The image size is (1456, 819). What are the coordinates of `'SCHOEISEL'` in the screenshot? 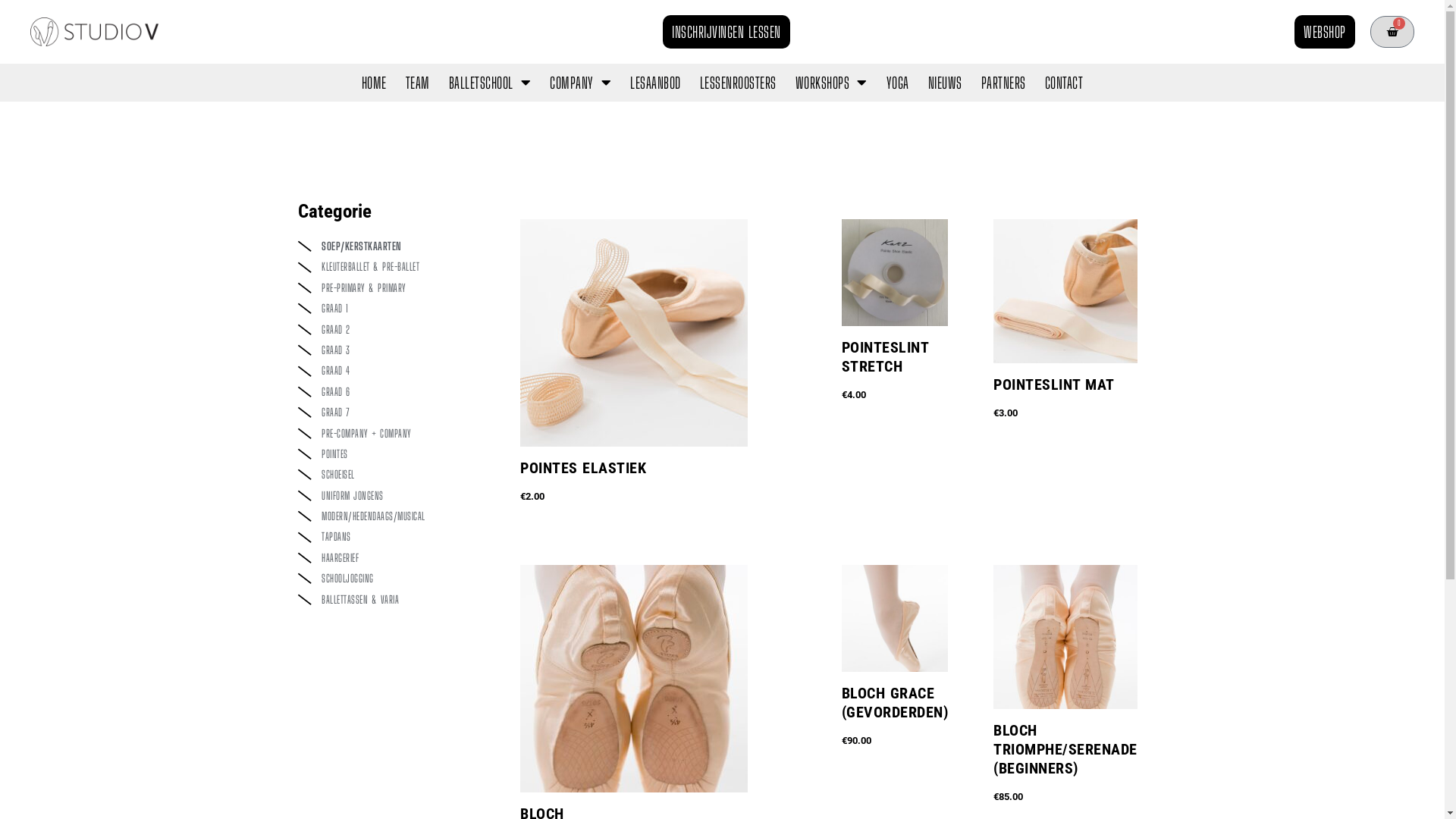 It's located at (393, 473).